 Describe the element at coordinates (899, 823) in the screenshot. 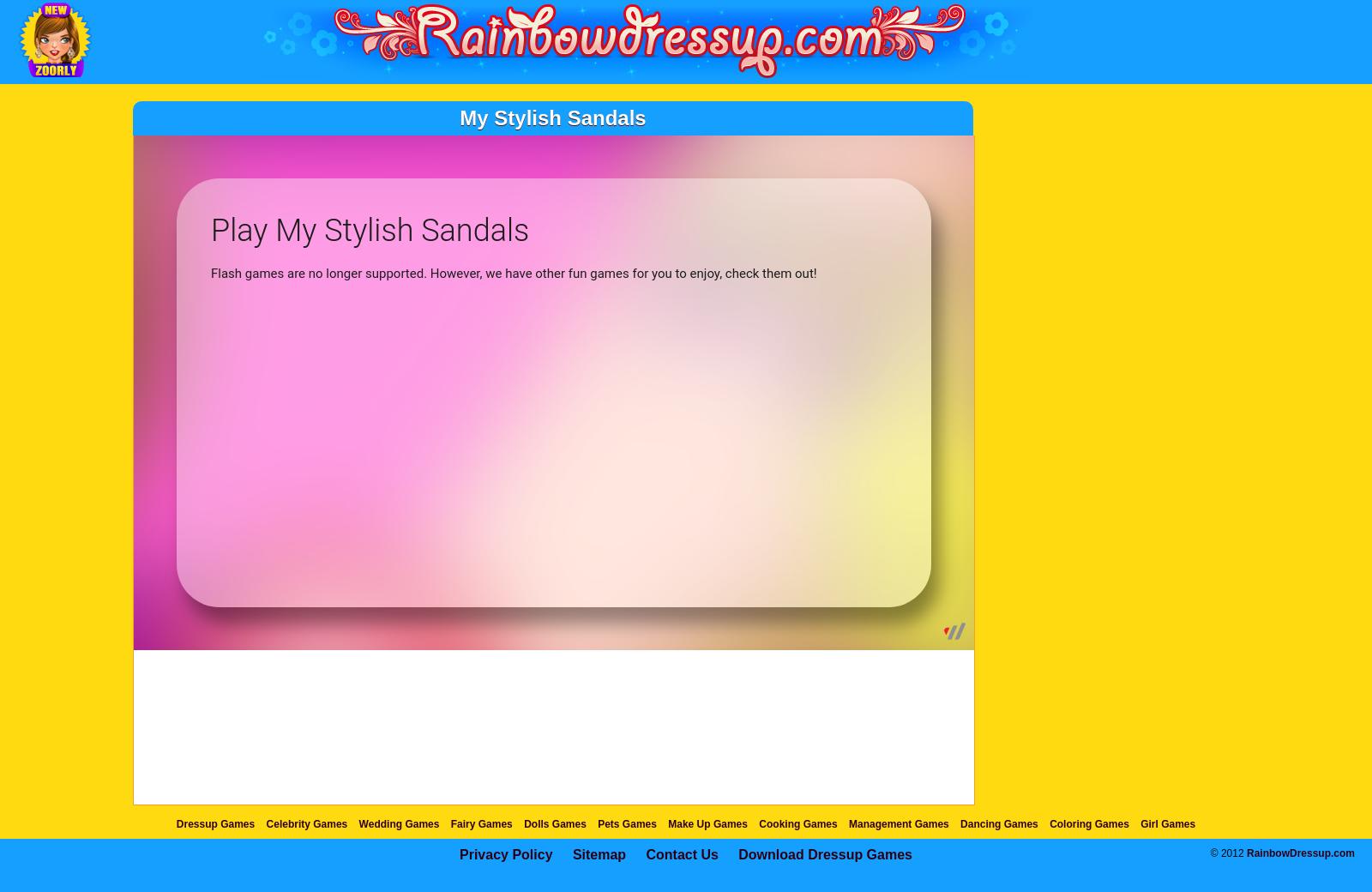

I see `'Management Games'` at that location.